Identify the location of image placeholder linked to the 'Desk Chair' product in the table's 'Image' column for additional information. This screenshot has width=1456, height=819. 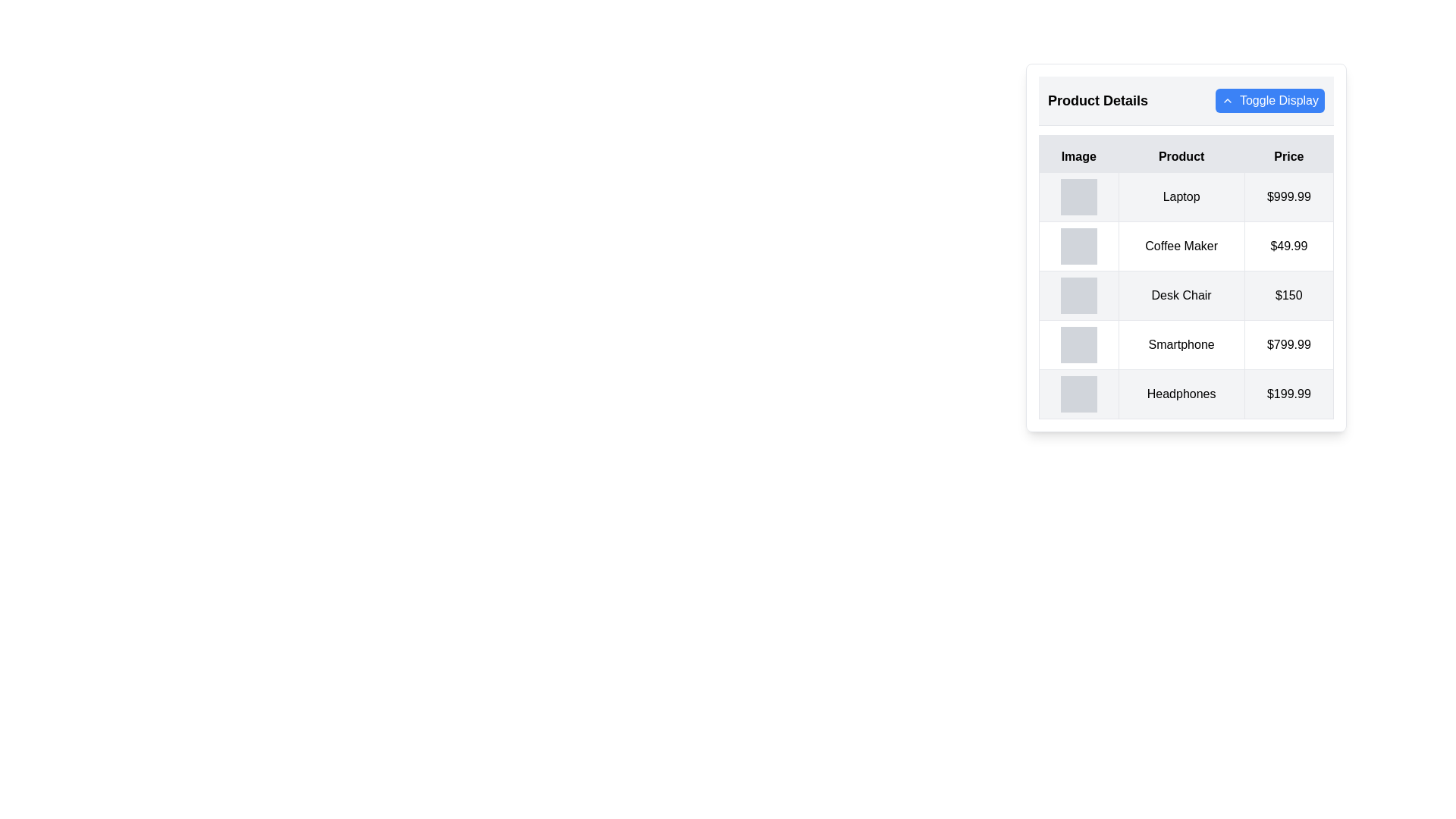
(1078, 295).